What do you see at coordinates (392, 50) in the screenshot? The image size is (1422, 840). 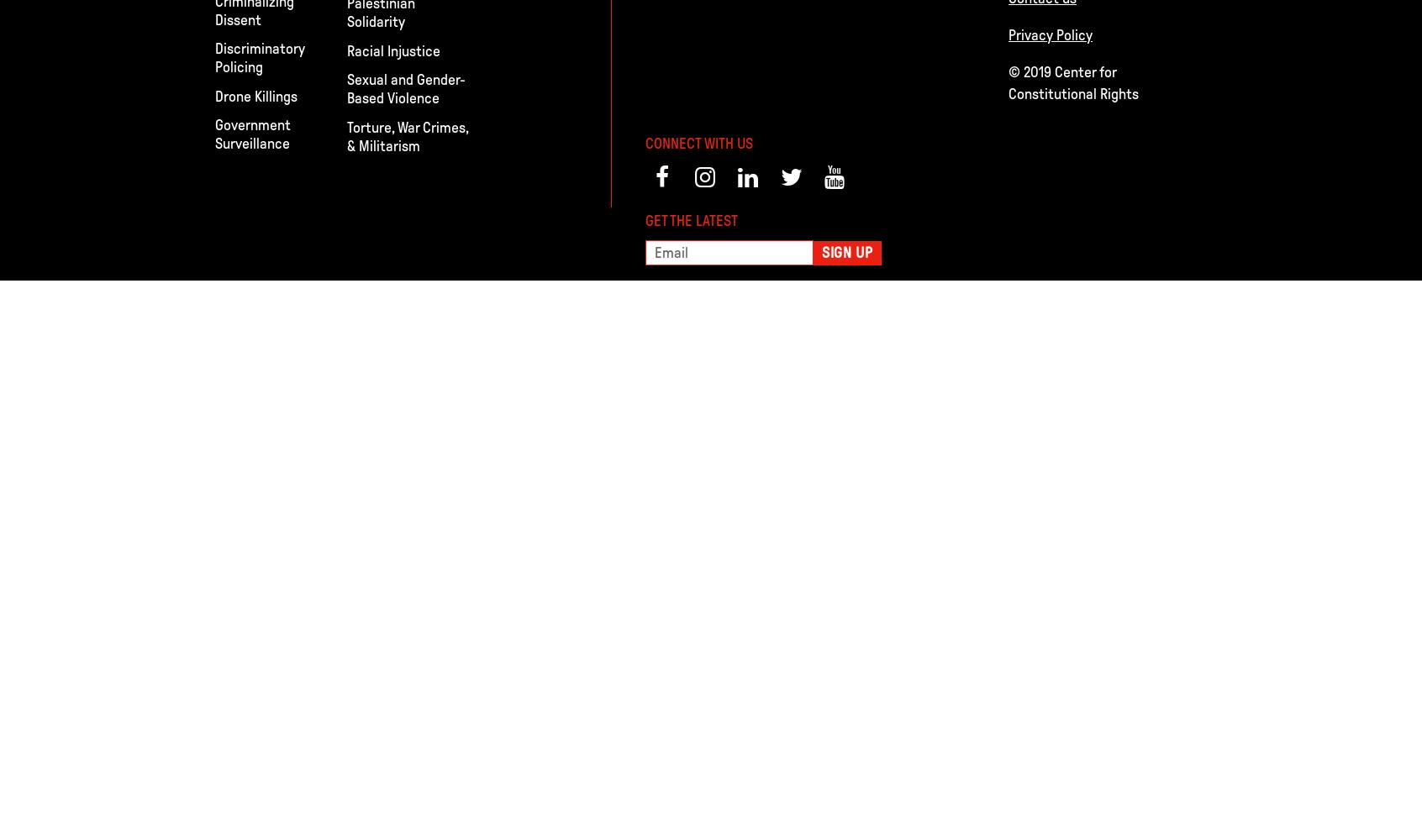 I see `'Racial Injustice'` at bounding box center [392, 50].